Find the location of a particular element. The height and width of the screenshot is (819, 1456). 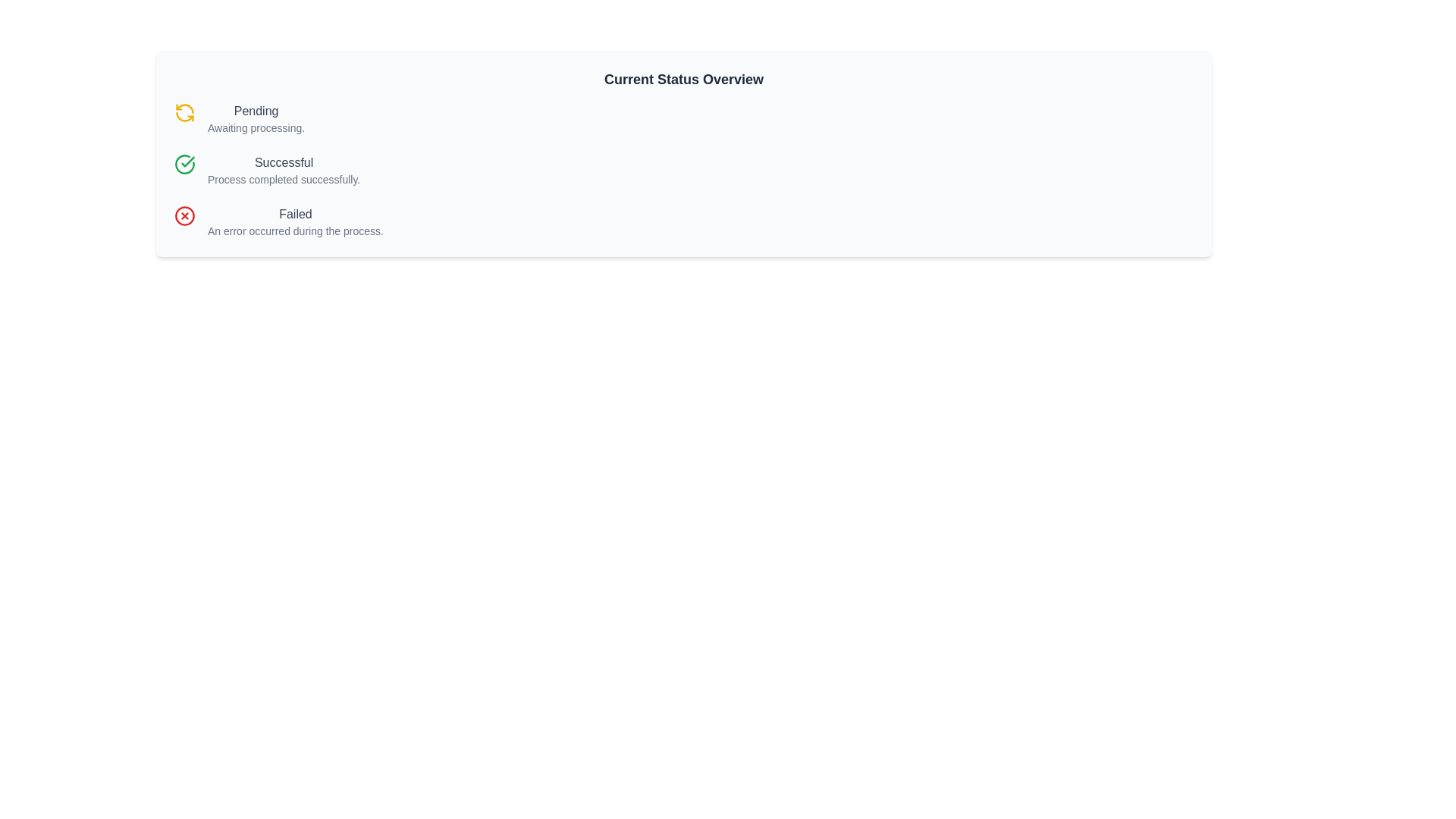

the 'Failed' text label, which is displayed in a medium-sized gray font, to potentially display tooltips or additional information is located at coordinates (295, 214).